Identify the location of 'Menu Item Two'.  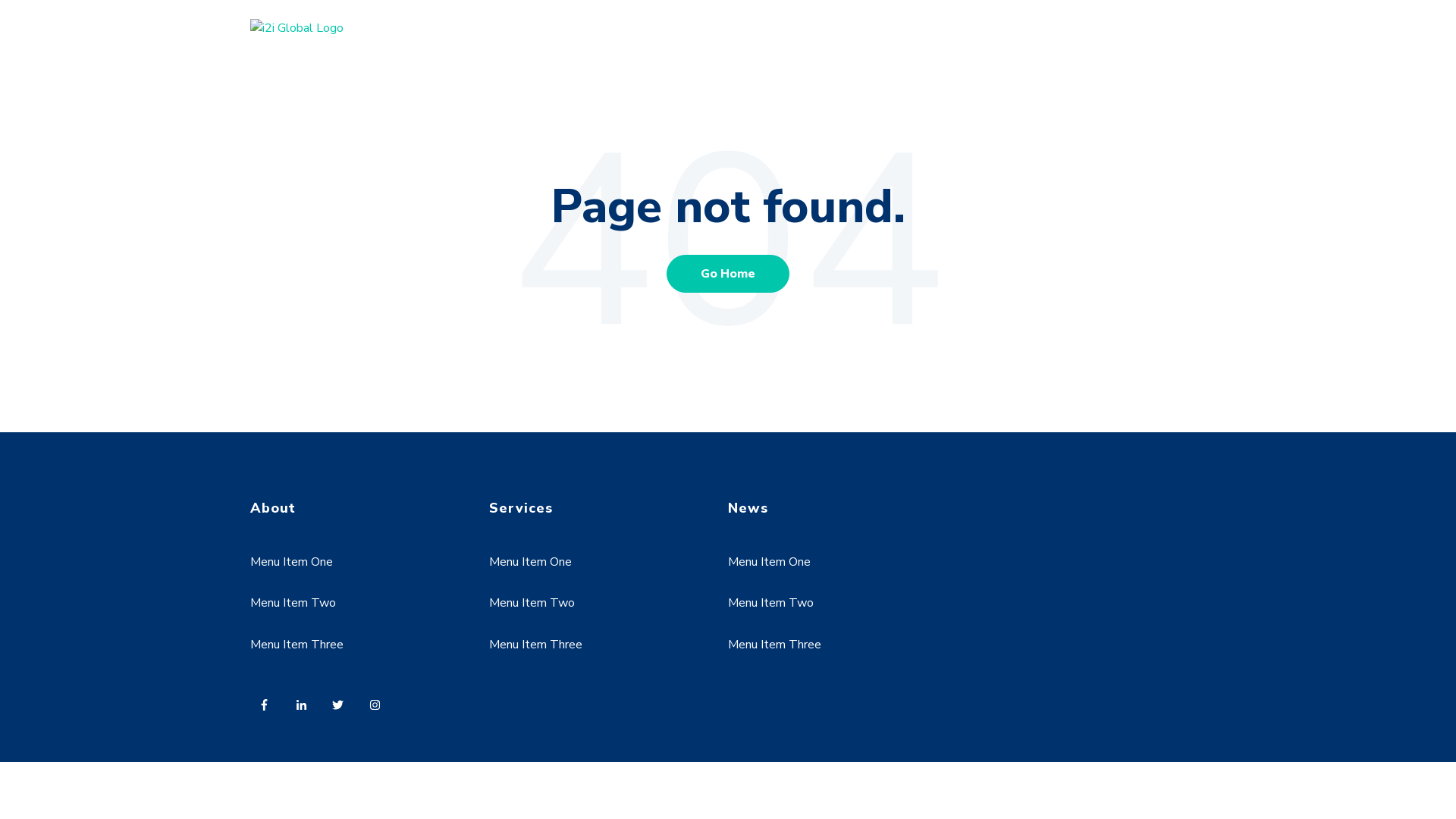
(488, 601).